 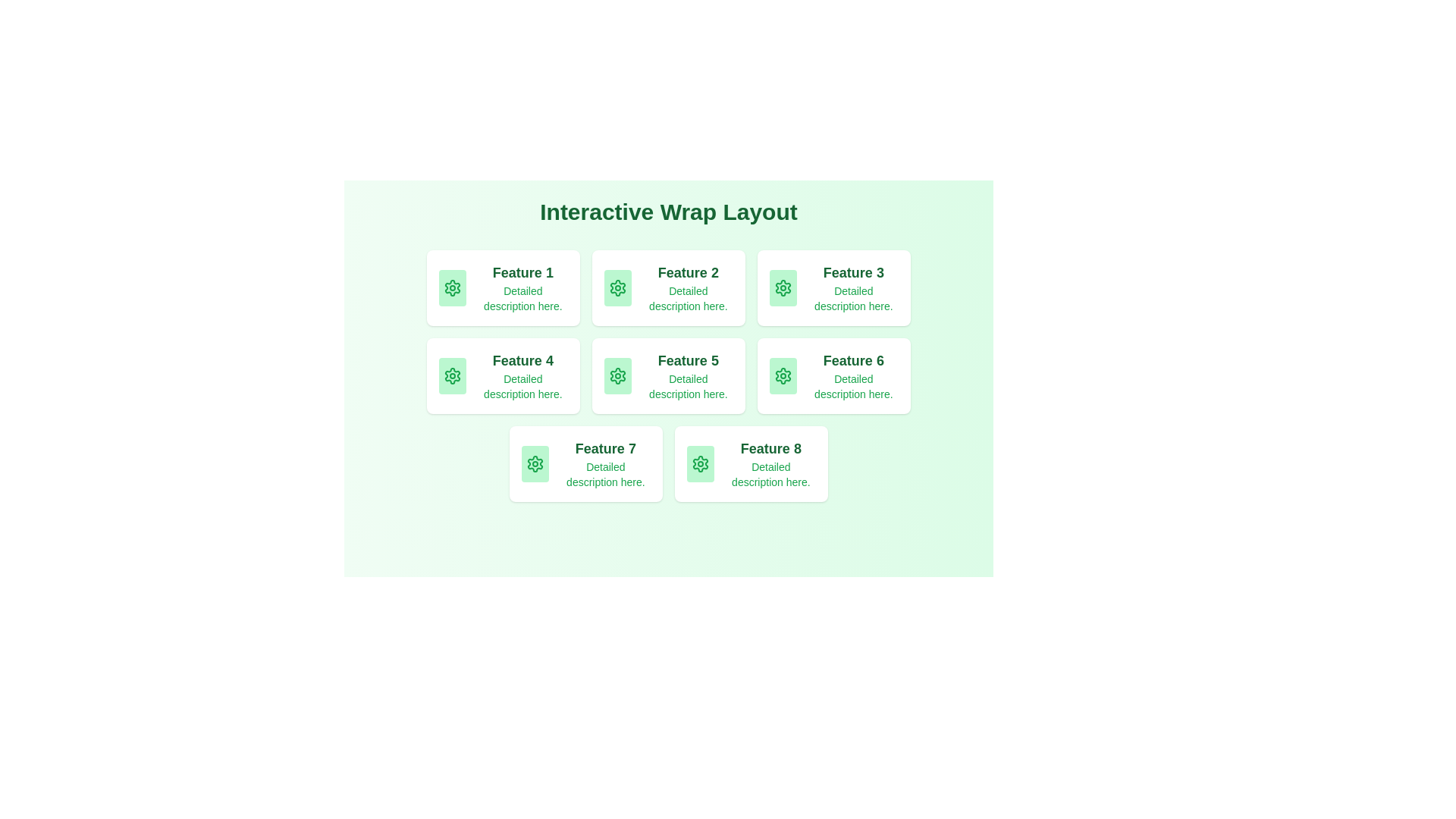 I want to click on the settings icon located in the top-left segment of the grid layout under 'Interactive Wrap Layout', aligned with 'Feature 1', so click(x=451, y=288).